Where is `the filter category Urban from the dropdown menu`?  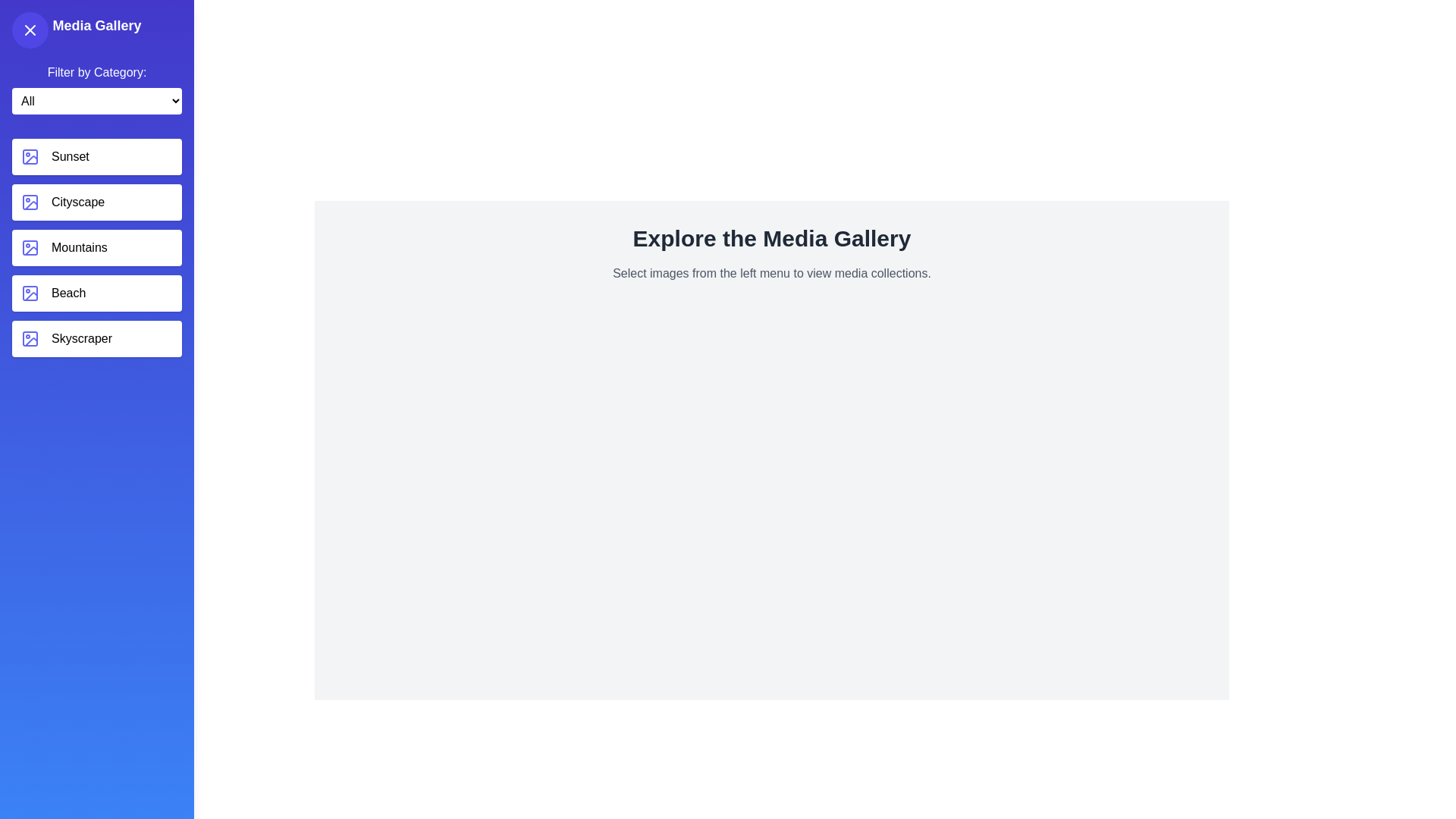 the filter category Urban from the dropdown menu is located at coordinates (96, 101).